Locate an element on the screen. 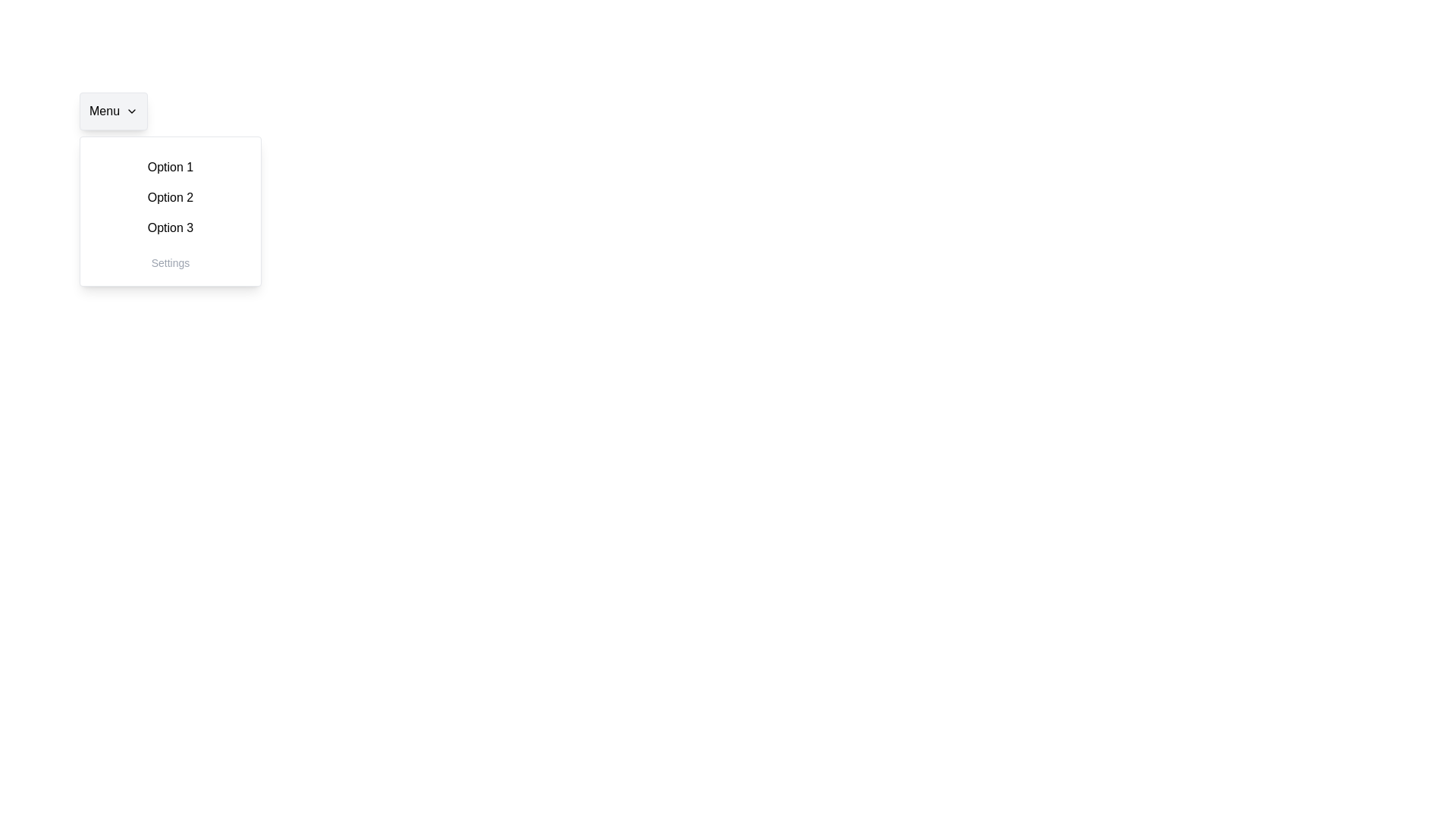 This screenshot has width=1456, height=819. the chevron icon located at the far-right end of the 'Menu' button to potentially highlight or preview the dropdown options is located at coordinates (131, 110).